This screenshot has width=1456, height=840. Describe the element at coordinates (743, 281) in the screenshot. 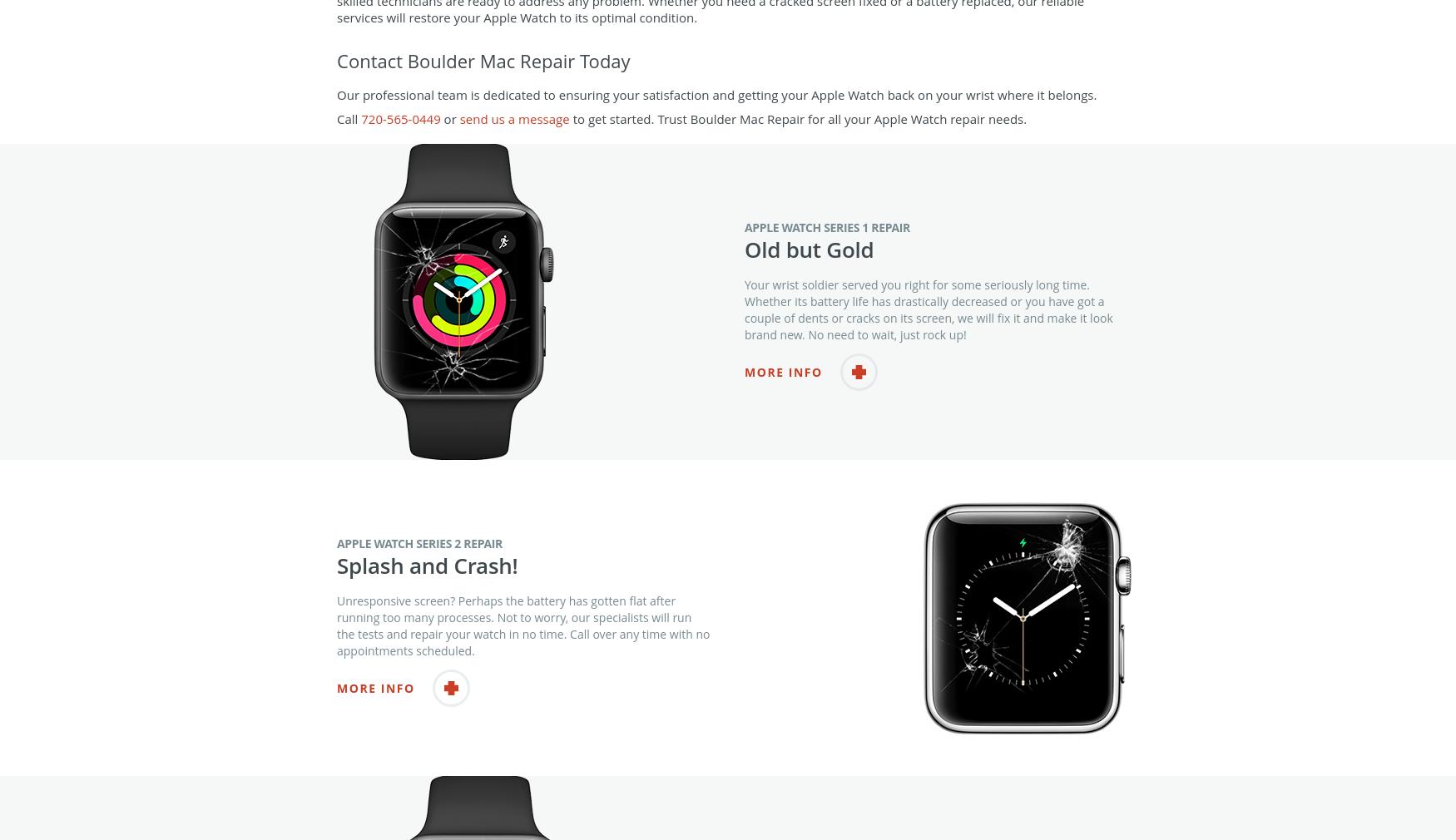

I see `'Old but Gold'` at that location.